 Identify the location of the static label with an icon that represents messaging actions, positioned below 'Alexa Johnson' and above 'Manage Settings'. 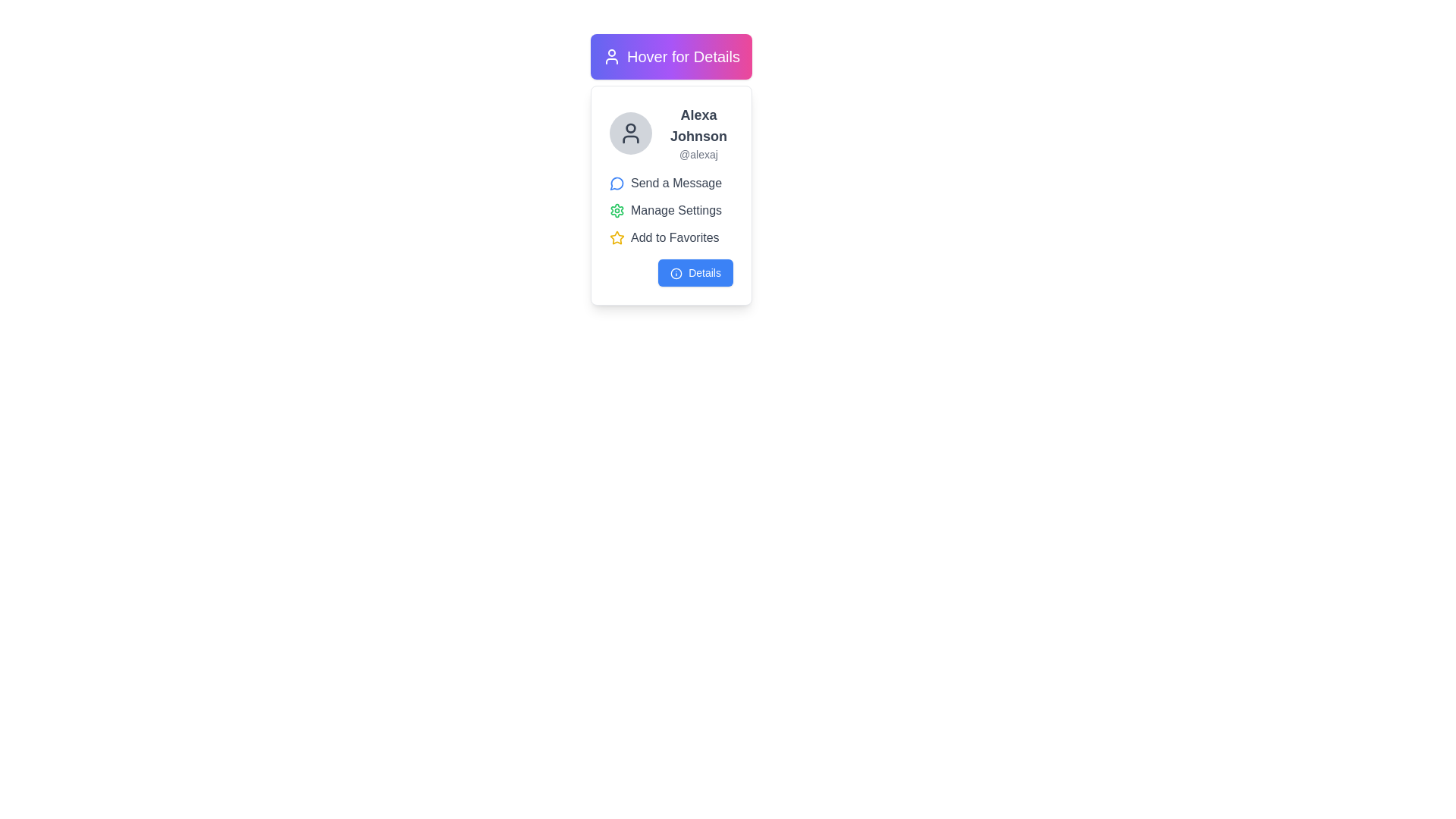
(670, 183).